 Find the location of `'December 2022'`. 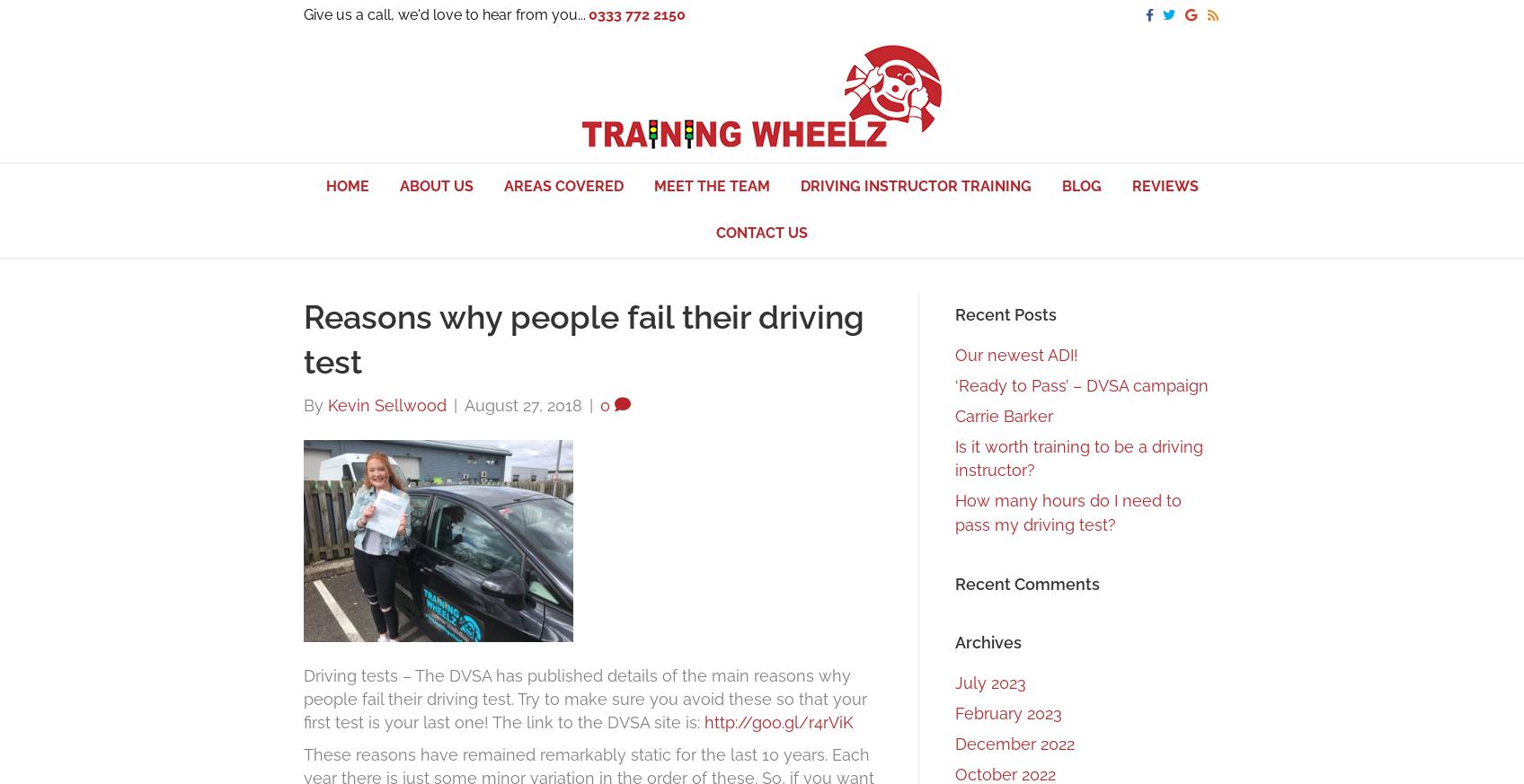

'December 2022' is located at coordinates (954, 744).